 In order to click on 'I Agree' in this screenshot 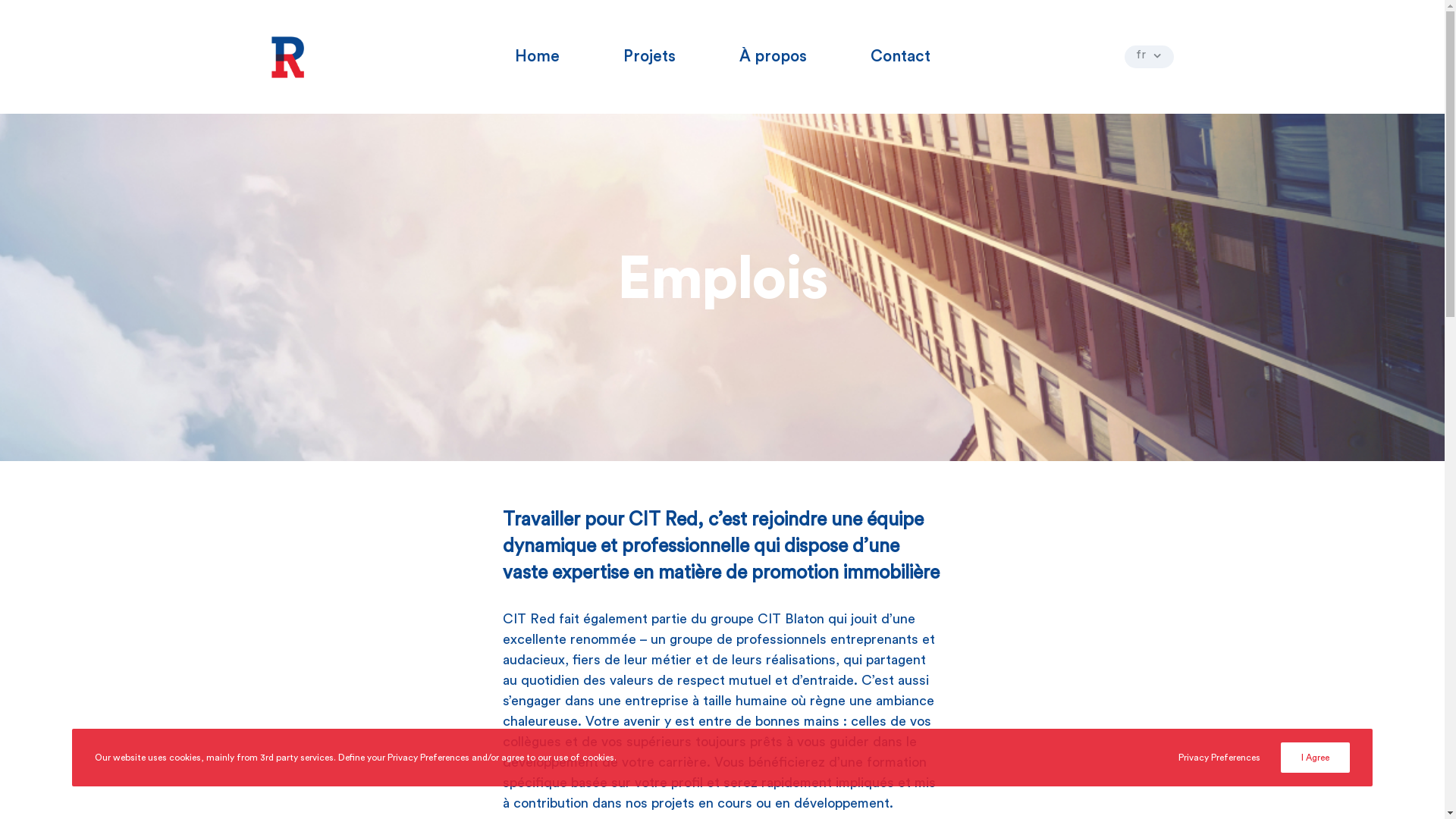, I will do `click(1280, 758)`.